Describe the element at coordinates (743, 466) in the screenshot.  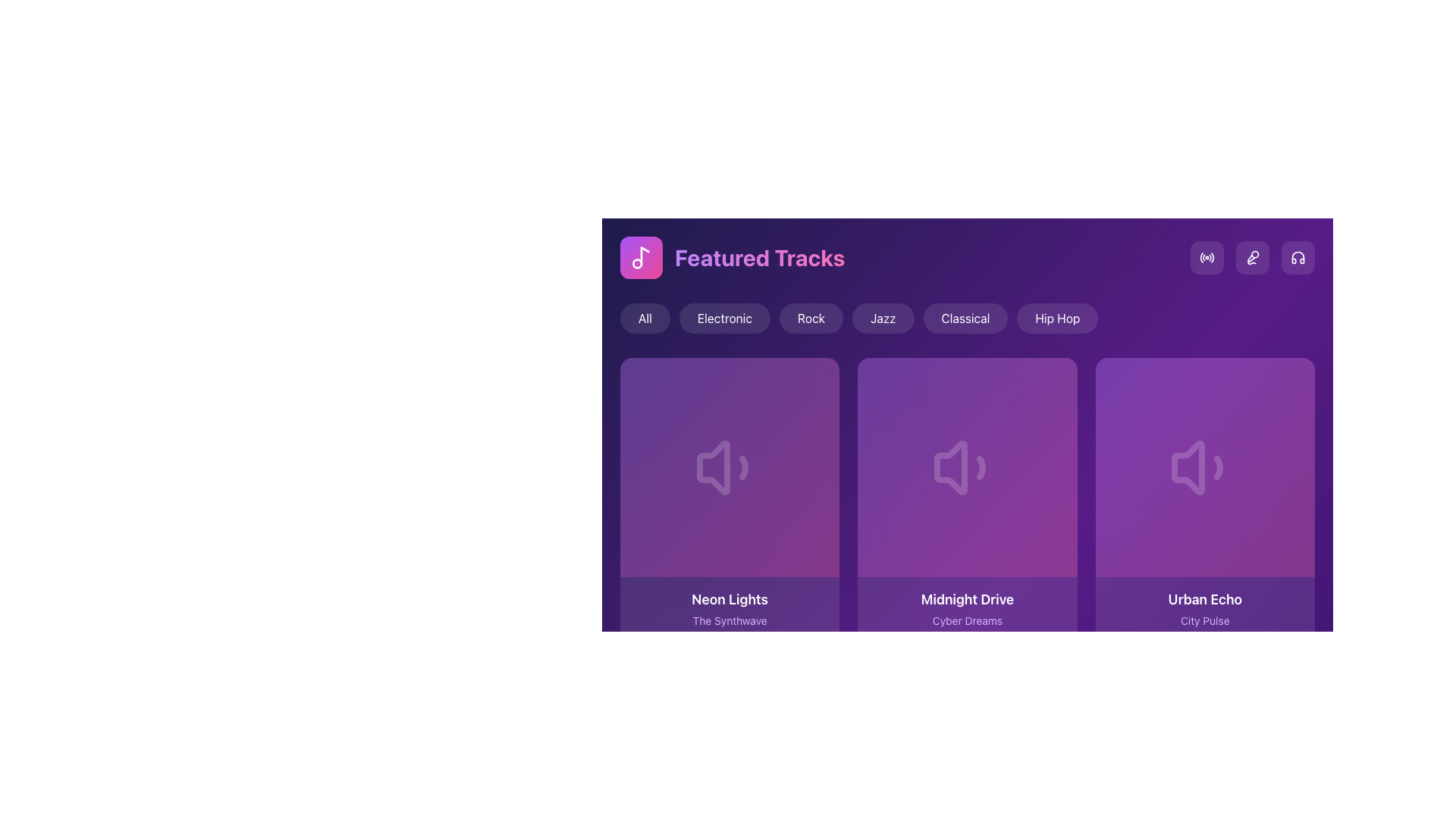
I see `the decorative sound waves icon located to the right of the main speaker icon within the first card in the interface` at that location.